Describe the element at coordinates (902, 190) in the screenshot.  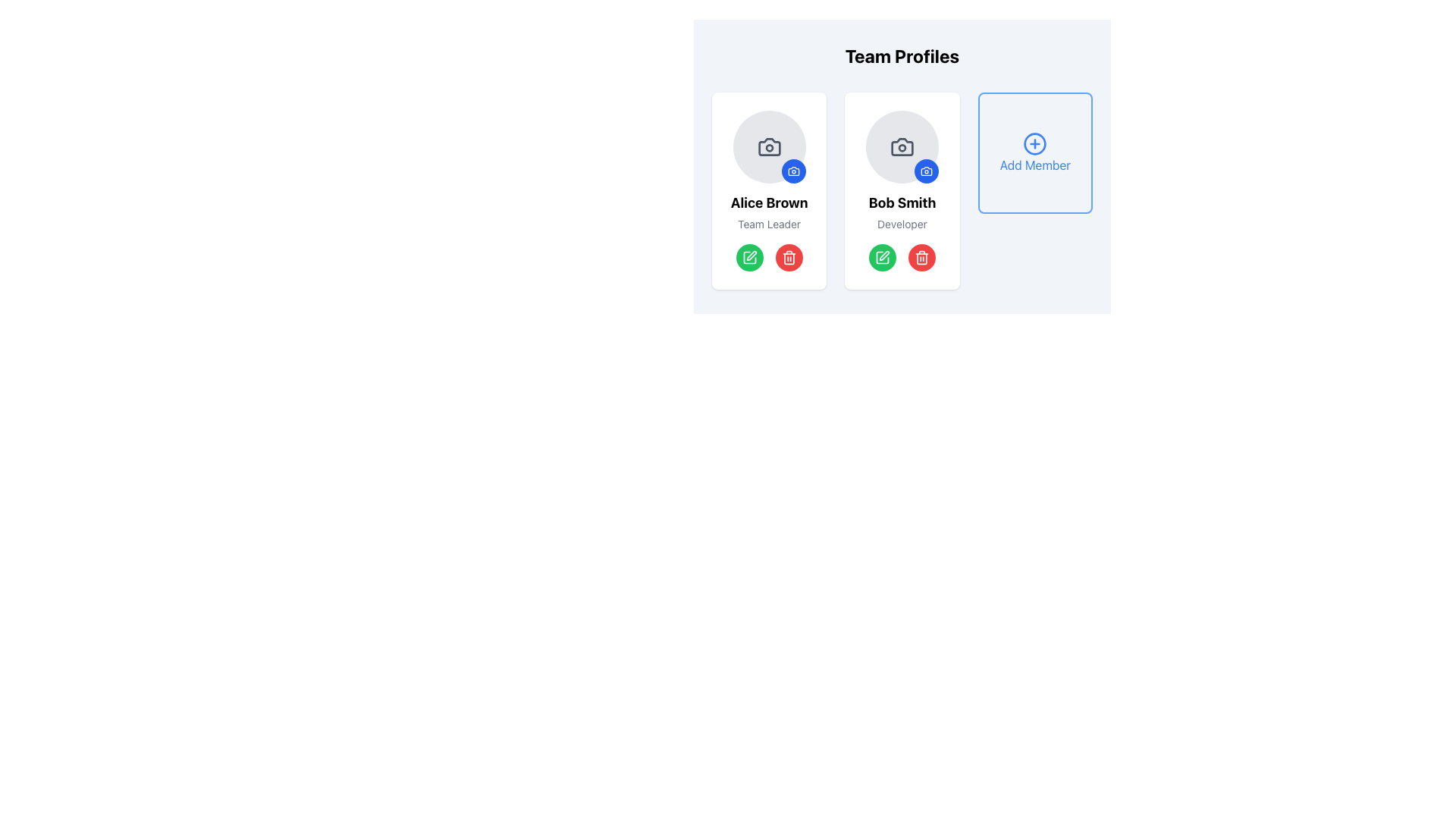
I see `the profile card element in the 'Team Profiles' section, which includes a circular camera icon, a bold name, and two circular buttons at the bottom` at that location.